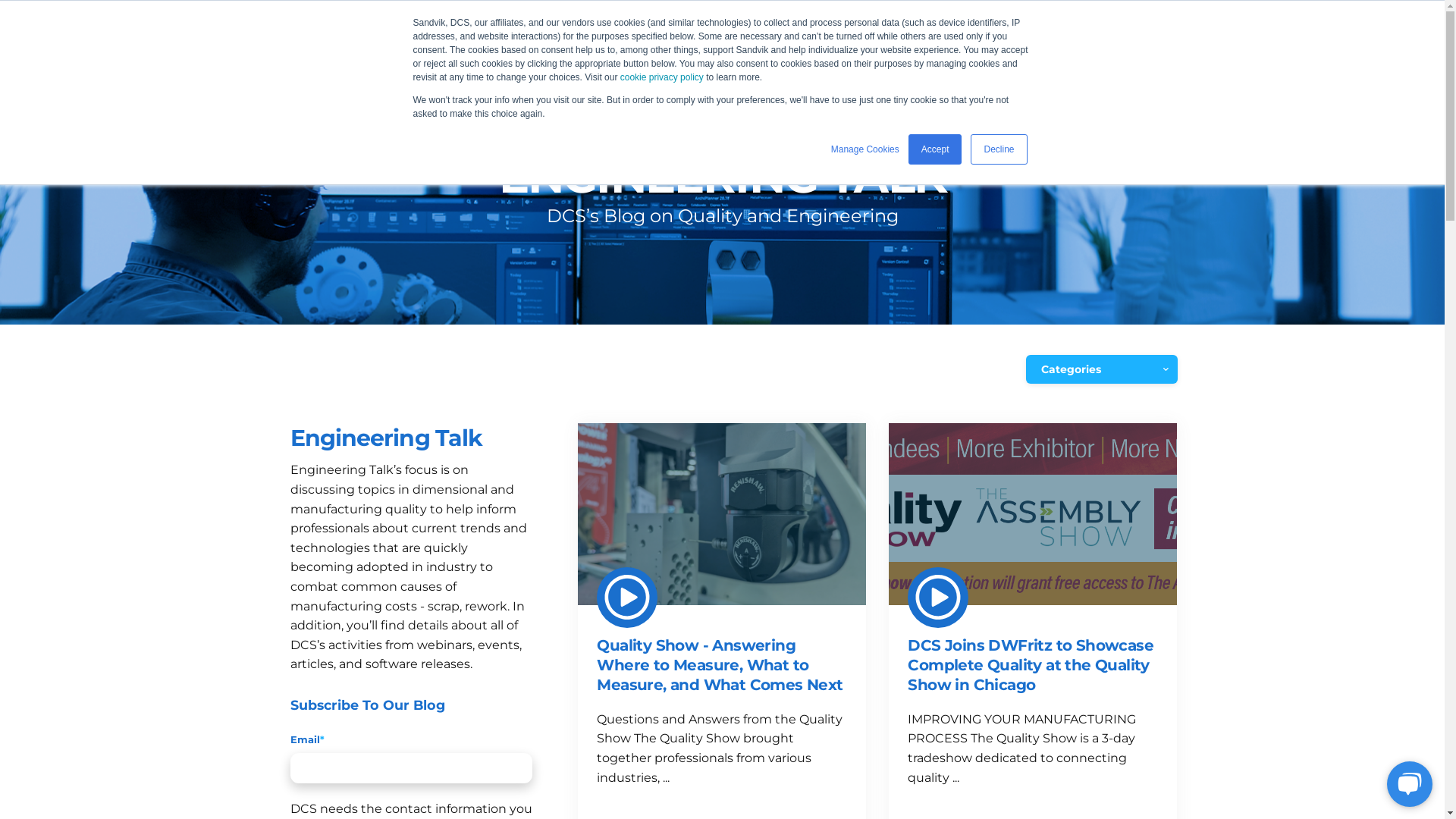 Image resolution: width=1456 pixels, height=819 pixels. What do you see at coordinates (574, 59) in the screenshot?
I see `'Services'` at bounding box center [574, 59].